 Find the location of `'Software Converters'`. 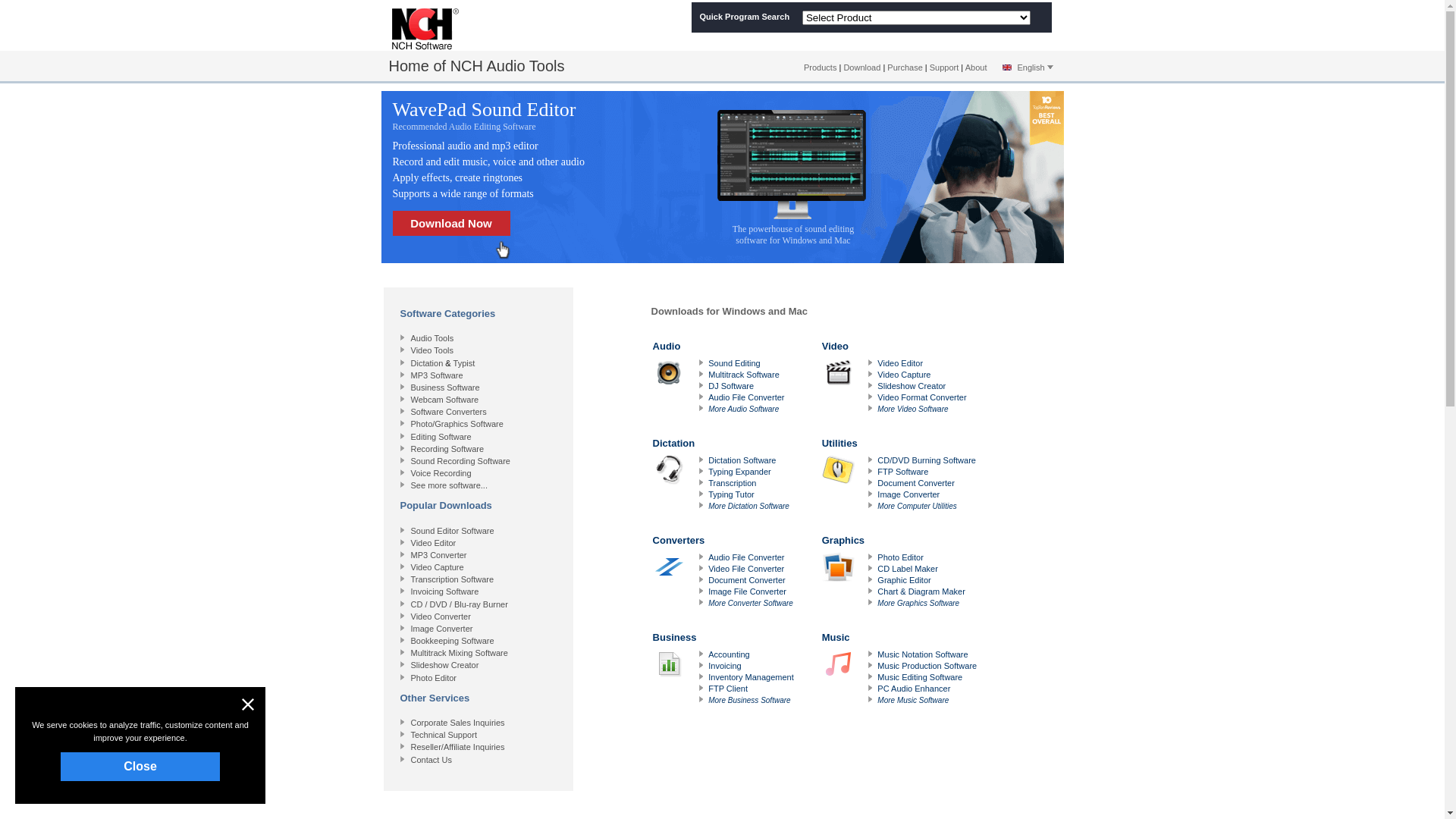

'Software Converters' is located at coordinates (447, 412).